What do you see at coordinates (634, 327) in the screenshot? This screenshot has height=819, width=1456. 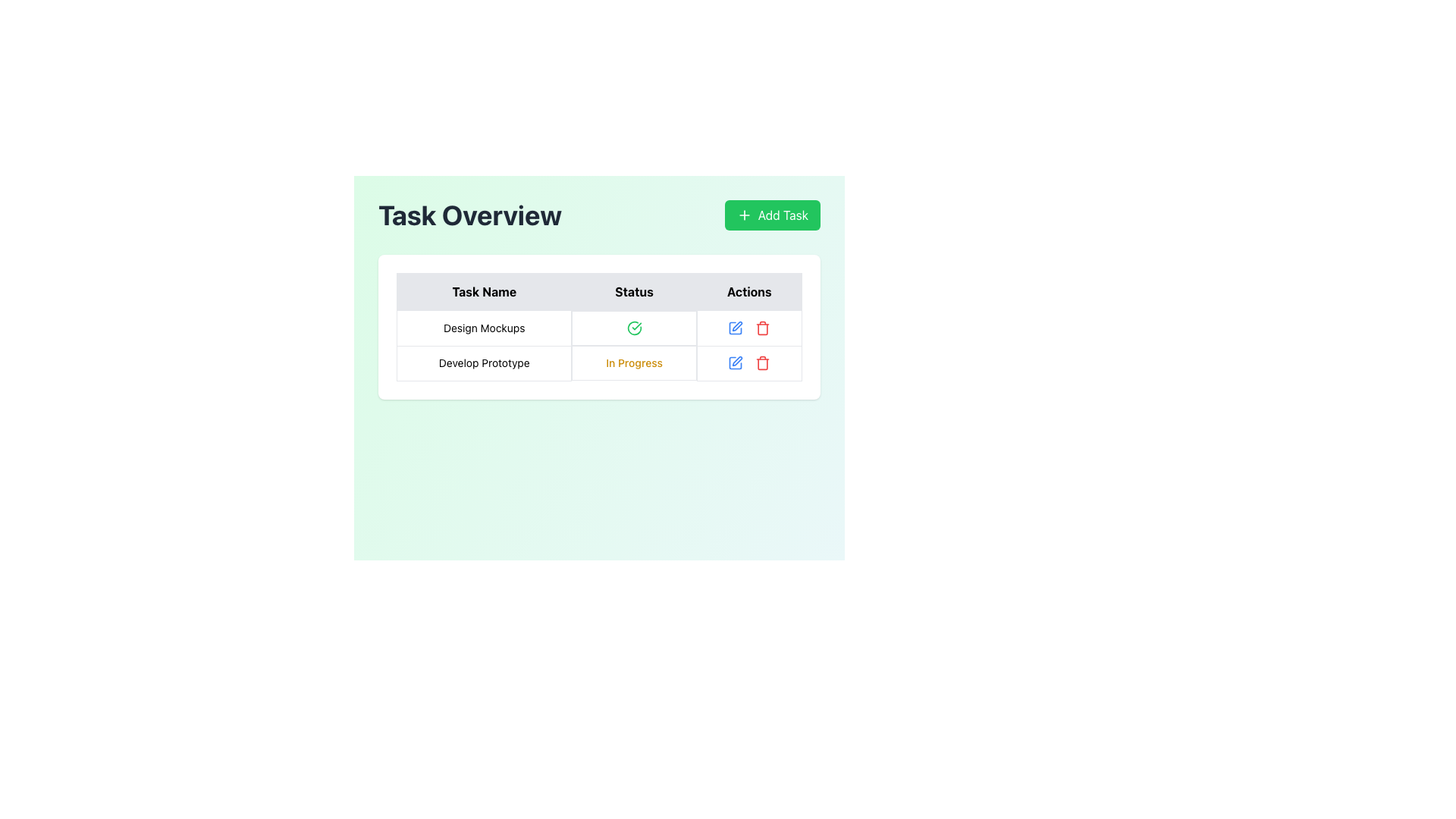 I see `the completion status icon for the task 'Design Mockups' located in the 'Status' column of the grid-like table` at bounding box center [634, 327].